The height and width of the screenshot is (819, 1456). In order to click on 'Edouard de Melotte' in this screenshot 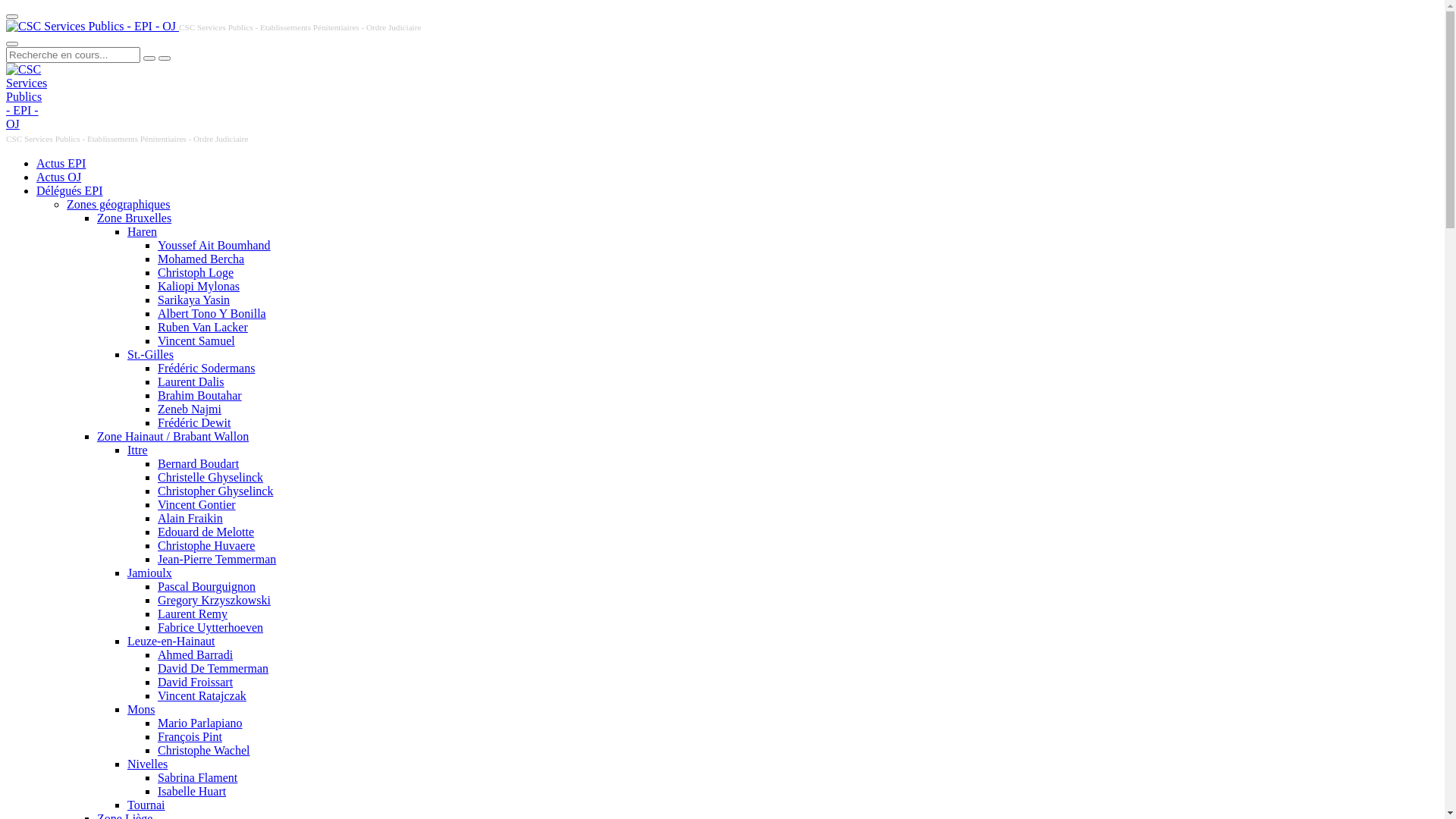, I will do `click(205, 531)`.